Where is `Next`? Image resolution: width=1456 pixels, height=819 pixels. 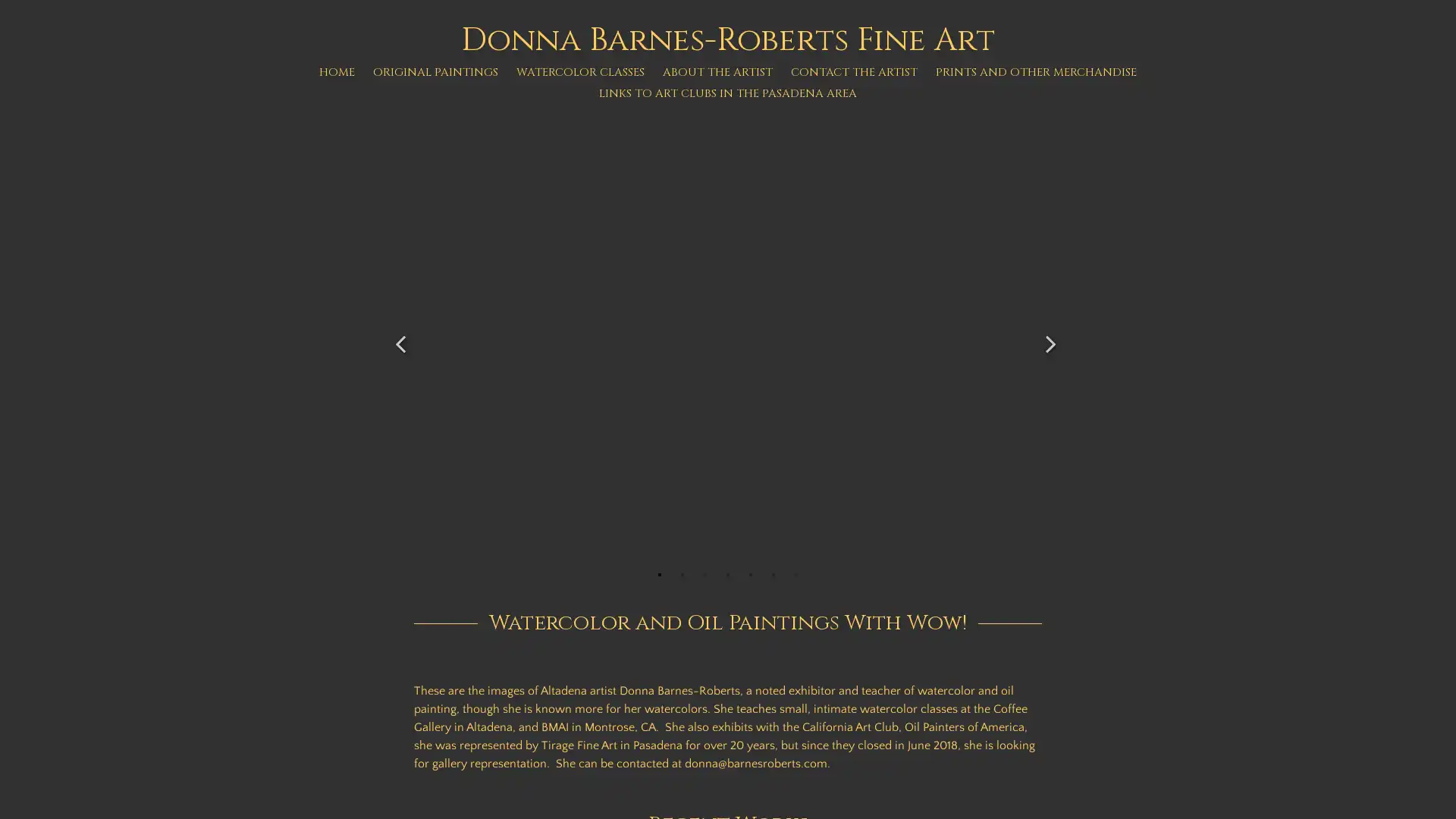 Next is located at coordinates (1051, 335).